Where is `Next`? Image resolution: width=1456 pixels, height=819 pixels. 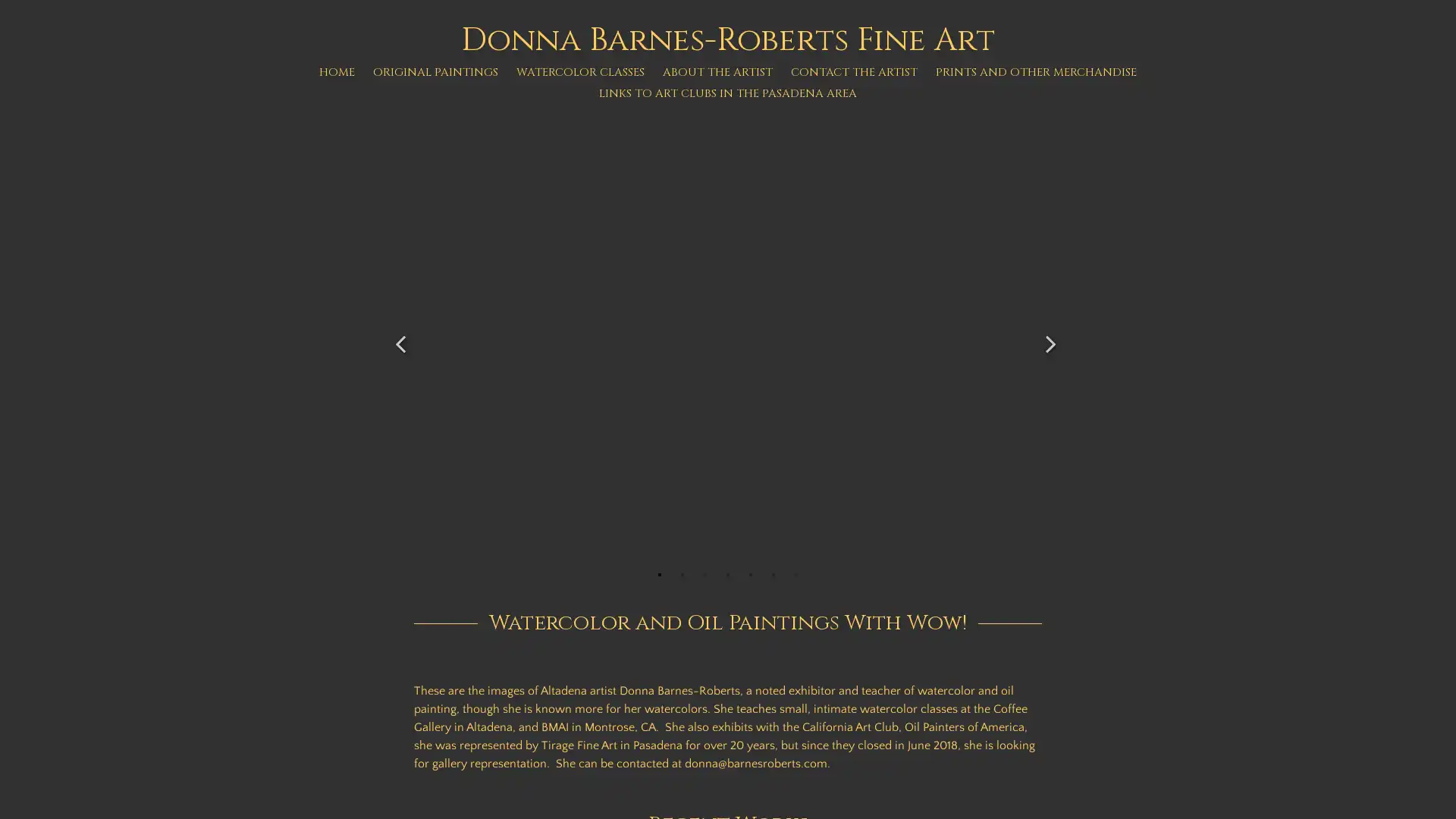 Next is located at coordinates (1051, 335).